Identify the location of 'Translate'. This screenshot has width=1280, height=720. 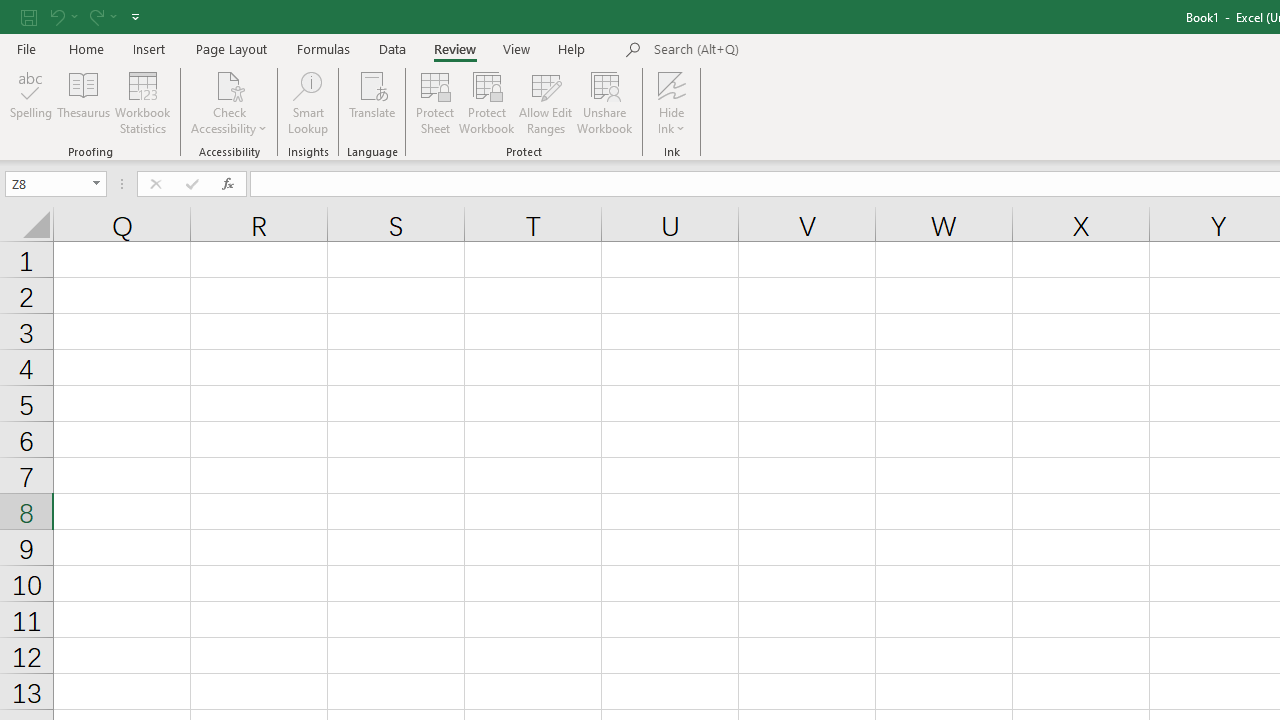
(372, 103).